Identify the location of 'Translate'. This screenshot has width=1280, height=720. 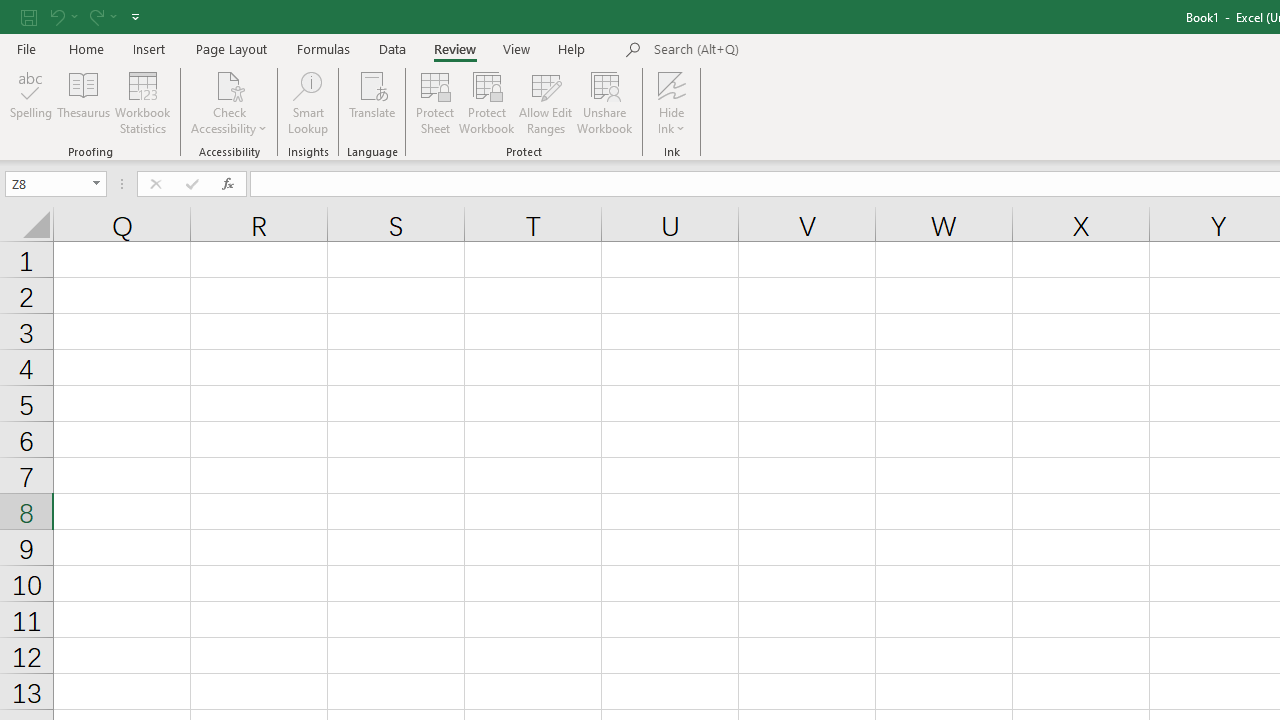
(372, 103).